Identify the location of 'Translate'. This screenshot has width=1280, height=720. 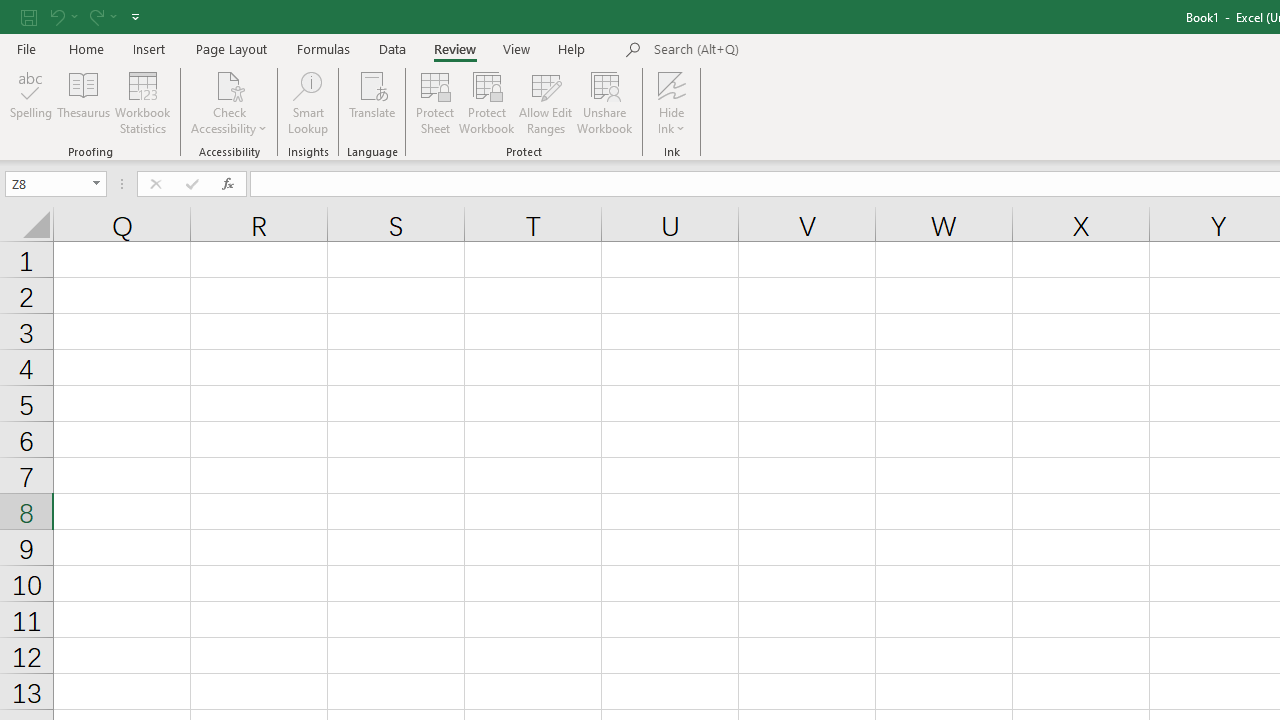
(372, 103).